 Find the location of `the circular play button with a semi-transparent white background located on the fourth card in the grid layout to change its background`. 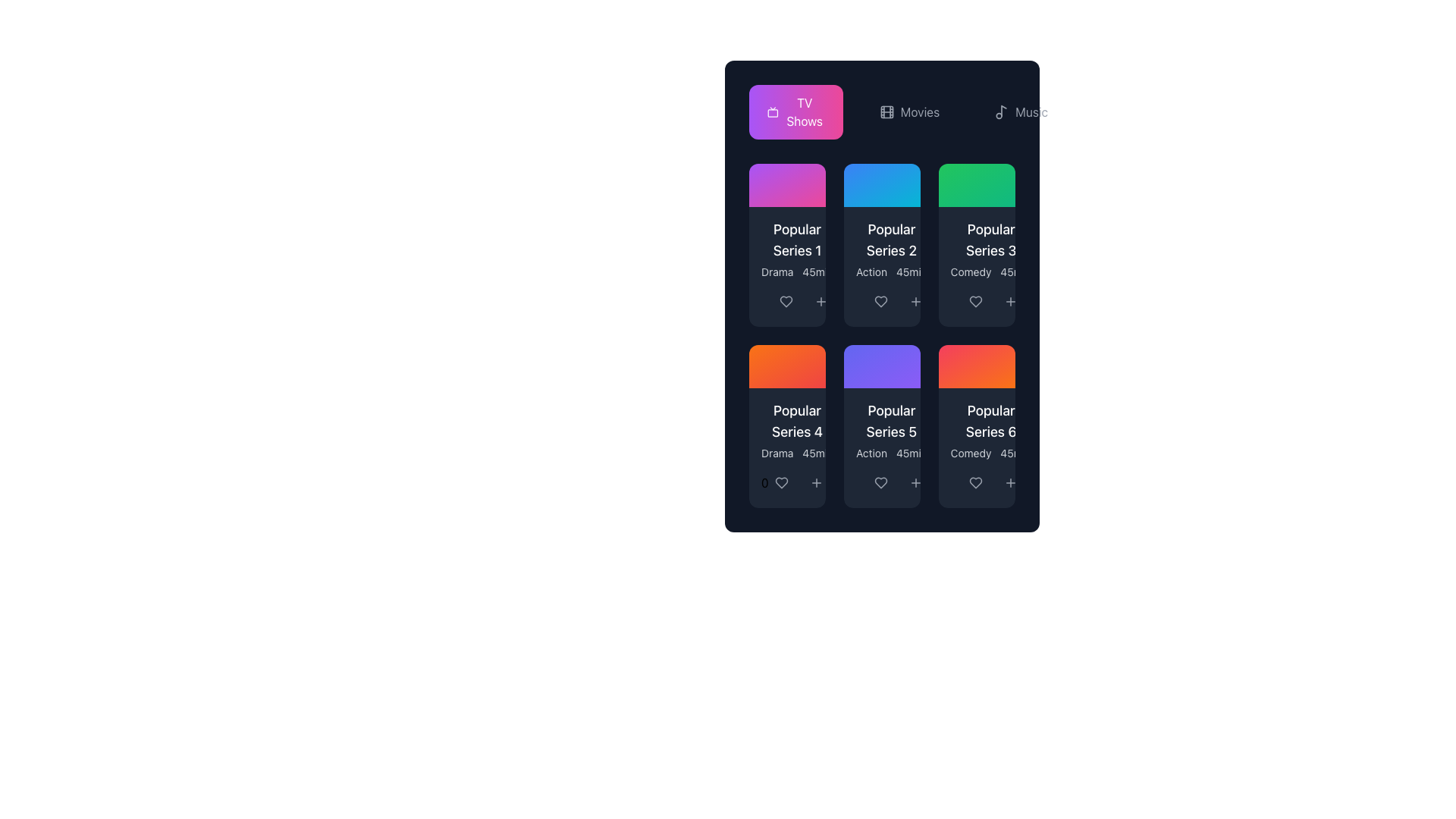

the circular play button with a semi-transparent white background located on the fourth card in the grid layout to change its background is located at coordinates (787, 366).